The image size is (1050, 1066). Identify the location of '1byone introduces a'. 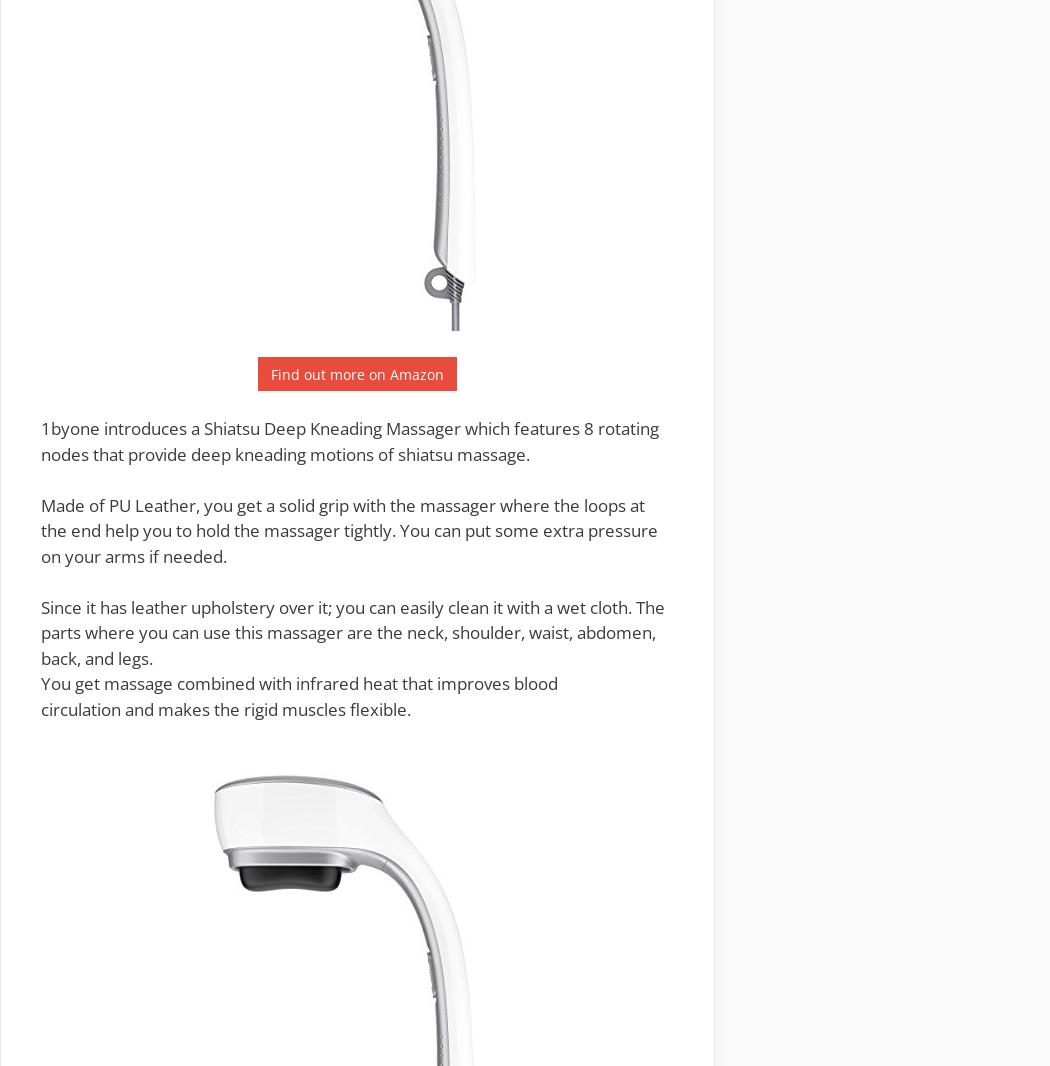
(121, 428).